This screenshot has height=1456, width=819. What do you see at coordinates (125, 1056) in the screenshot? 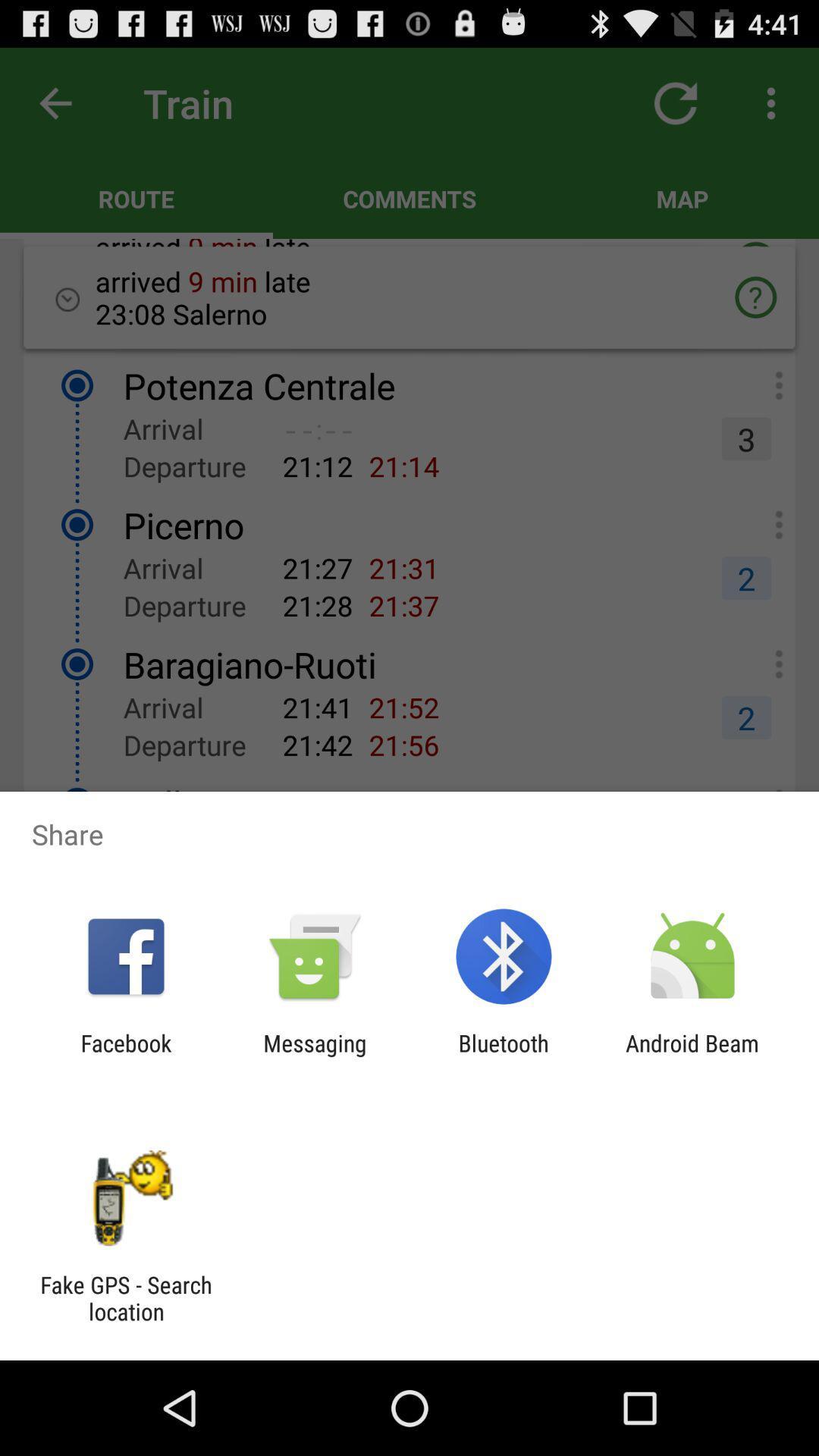
I see `item to the left of messaging app` at bounding box center [125, 1056].